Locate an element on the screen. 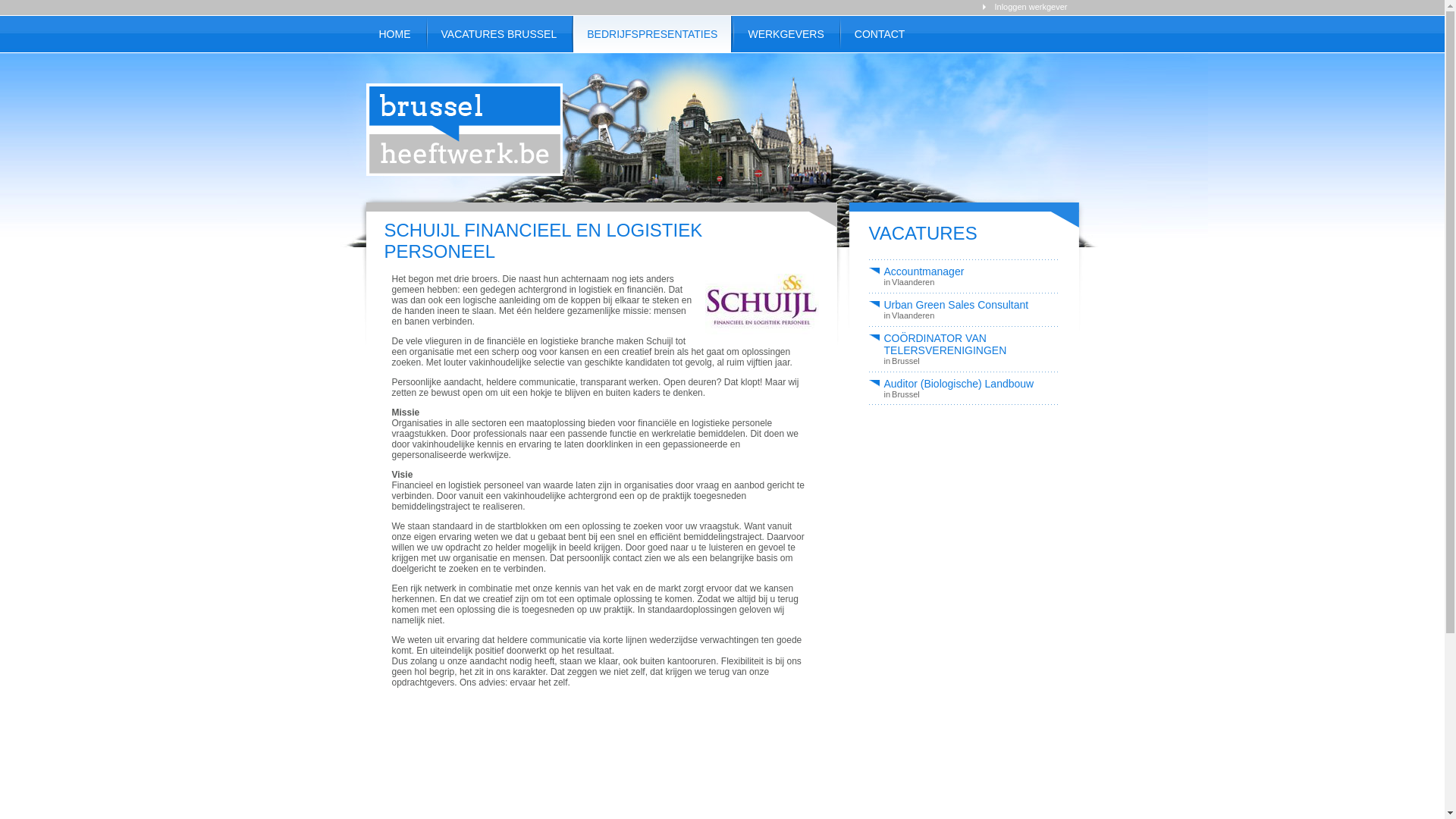  'CONTACT' is located at coordinates (880, 34).